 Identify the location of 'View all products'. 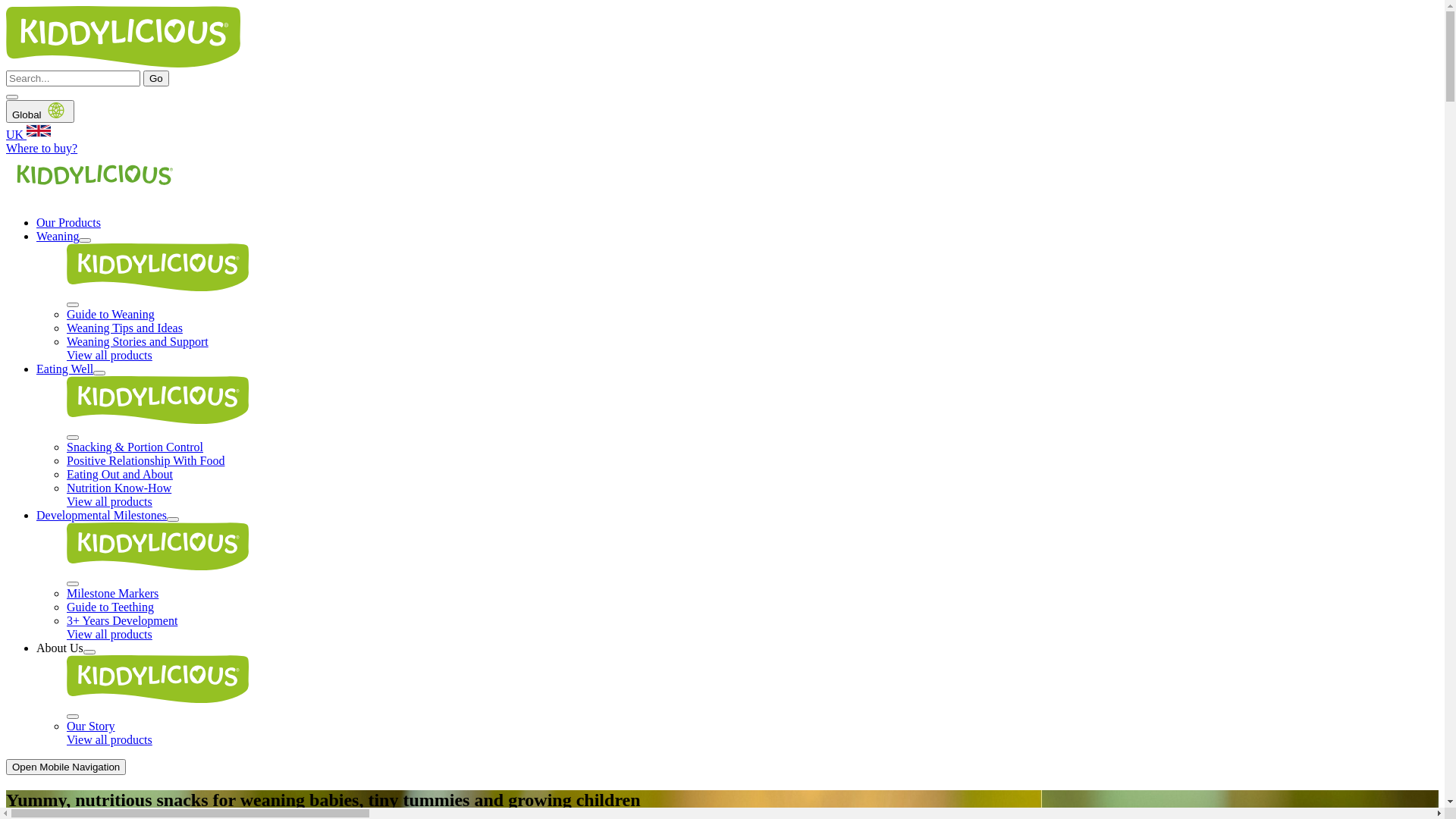
(108, 739).